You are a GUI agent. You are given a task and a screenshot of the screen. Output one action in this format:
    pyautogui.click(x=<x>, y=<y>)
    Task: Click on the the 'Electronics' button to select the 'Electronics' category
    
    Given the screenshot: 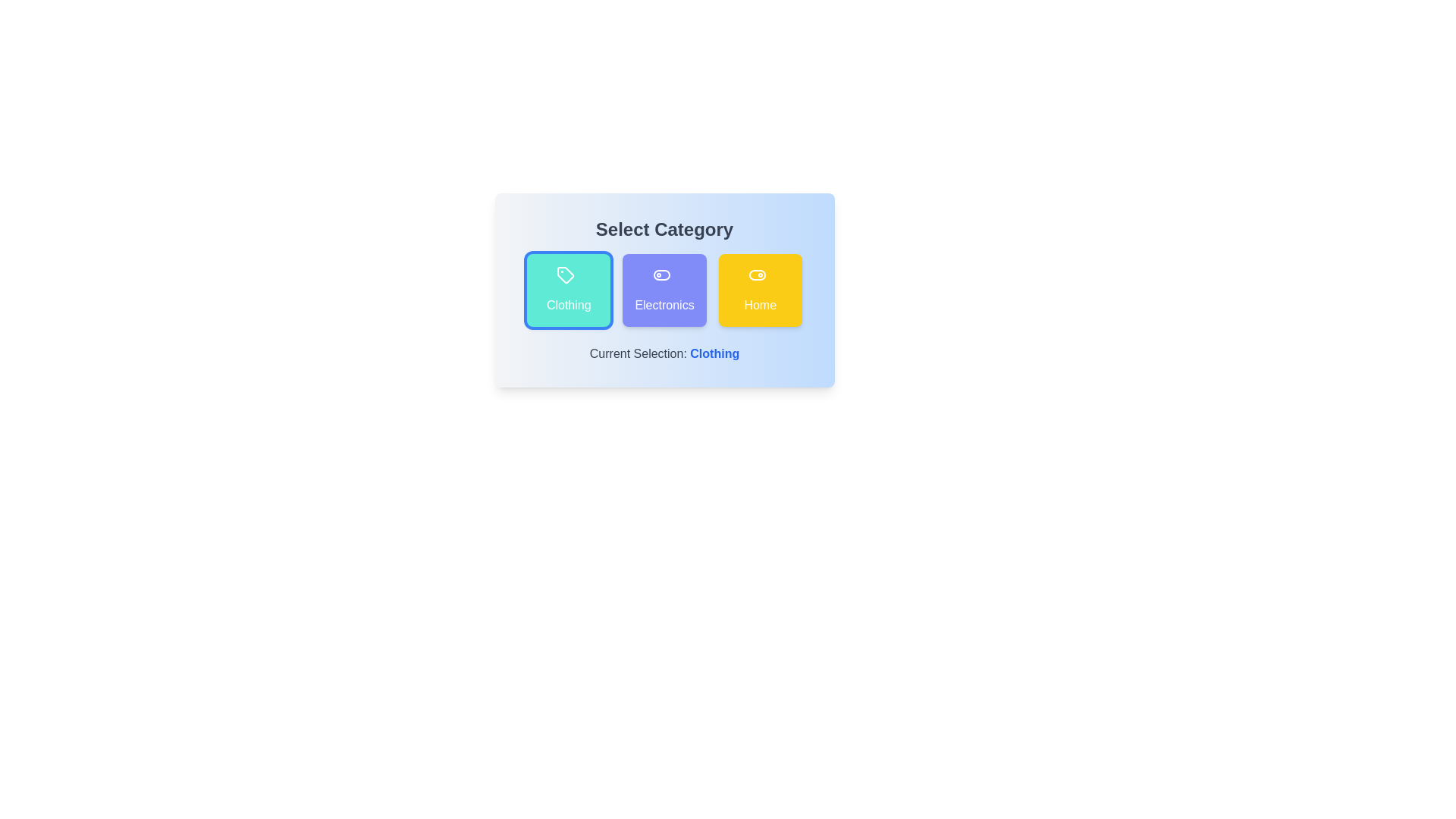 What is the action you would take?
    pyautogui.click(x=664, y=290)
    